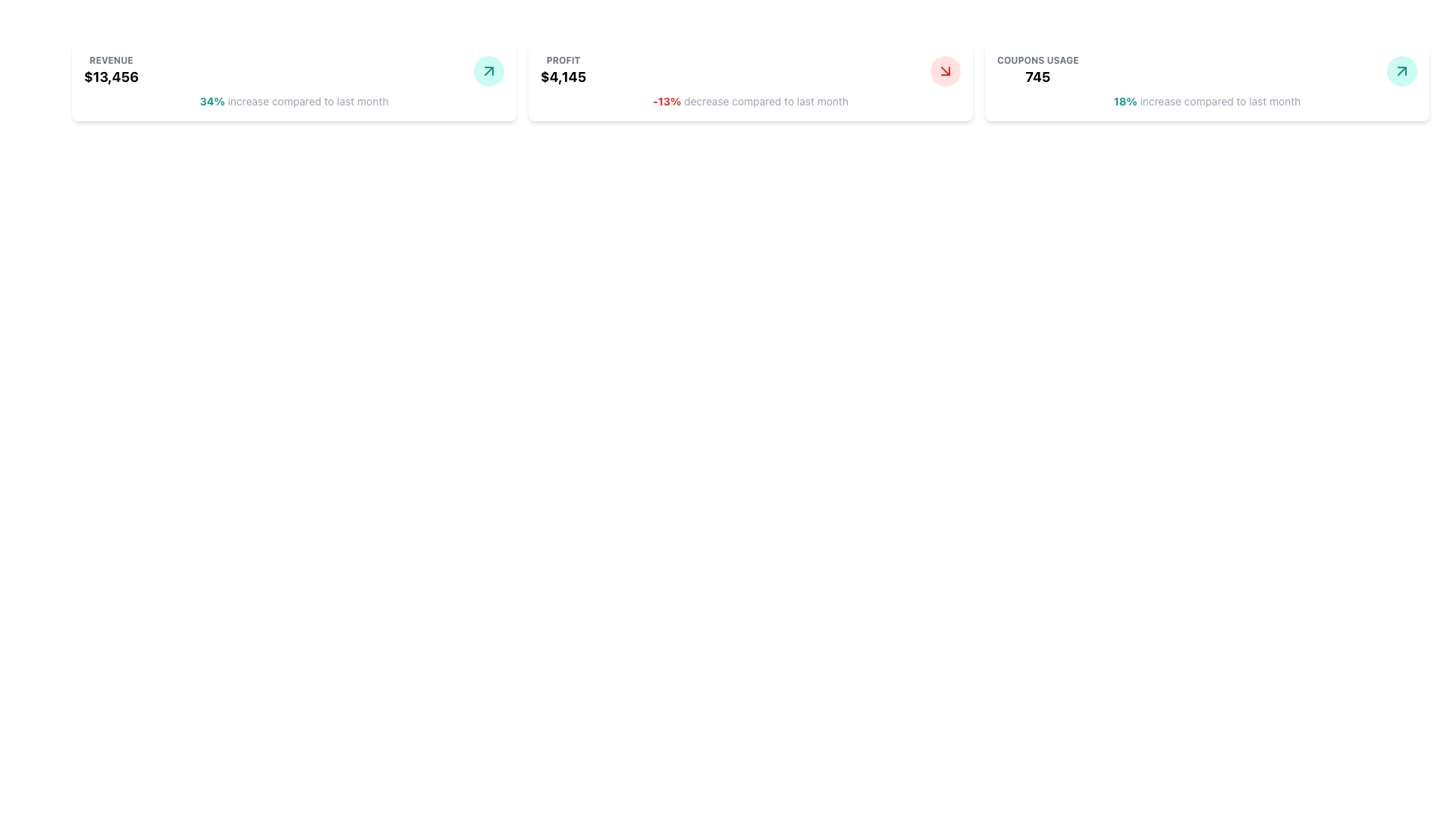  I want to click on the informational summary component displaying 'Coupons usage' and '745', so click(1037, 71).